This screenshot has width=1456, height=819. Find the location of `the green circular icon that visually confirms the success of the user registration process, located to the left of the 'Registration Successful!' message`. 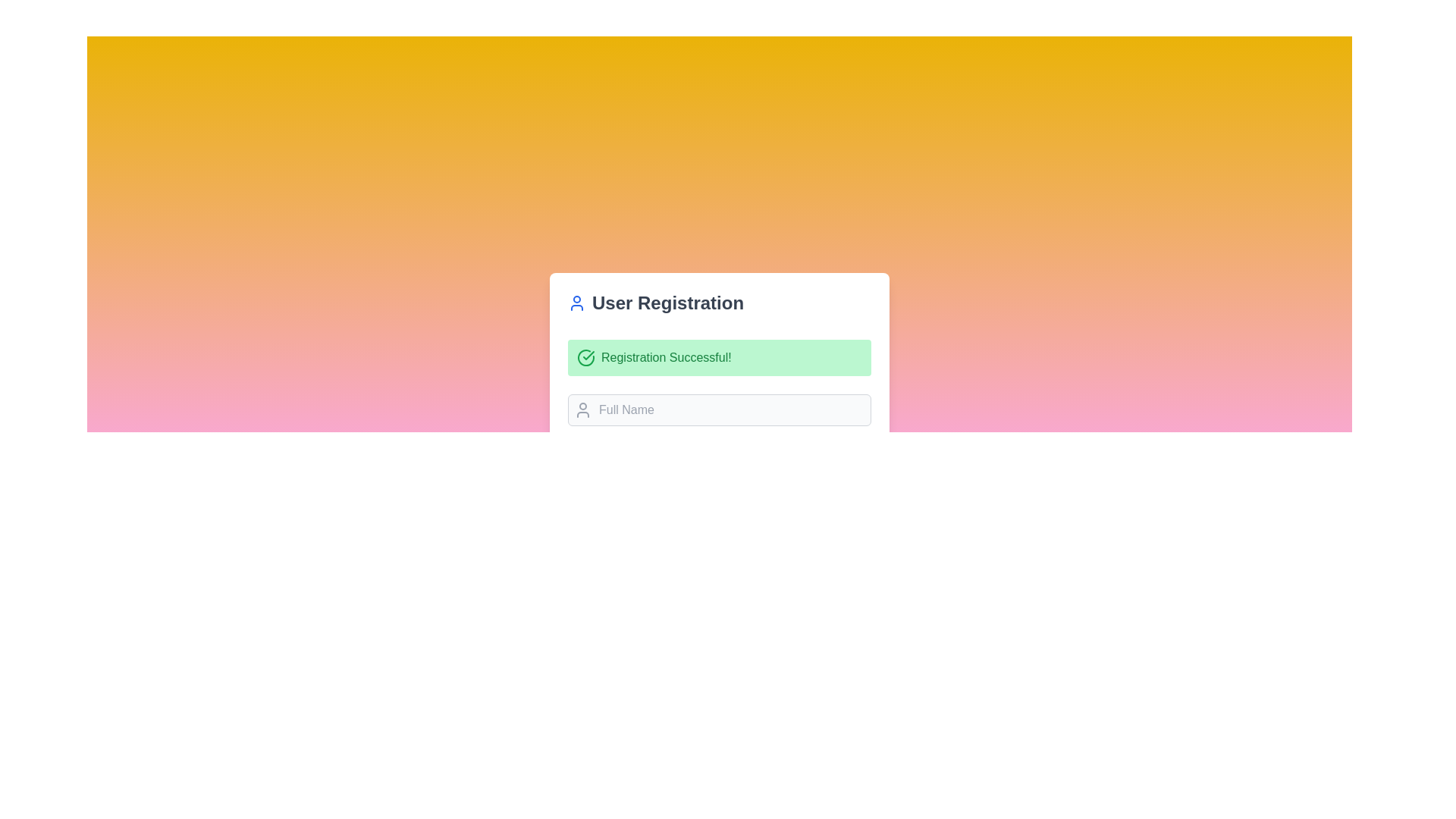

the green circular icon that visually confirms the success of the user registration process, located to the left of the 'Registration Successful!' message is located at coordinates (588, 356).